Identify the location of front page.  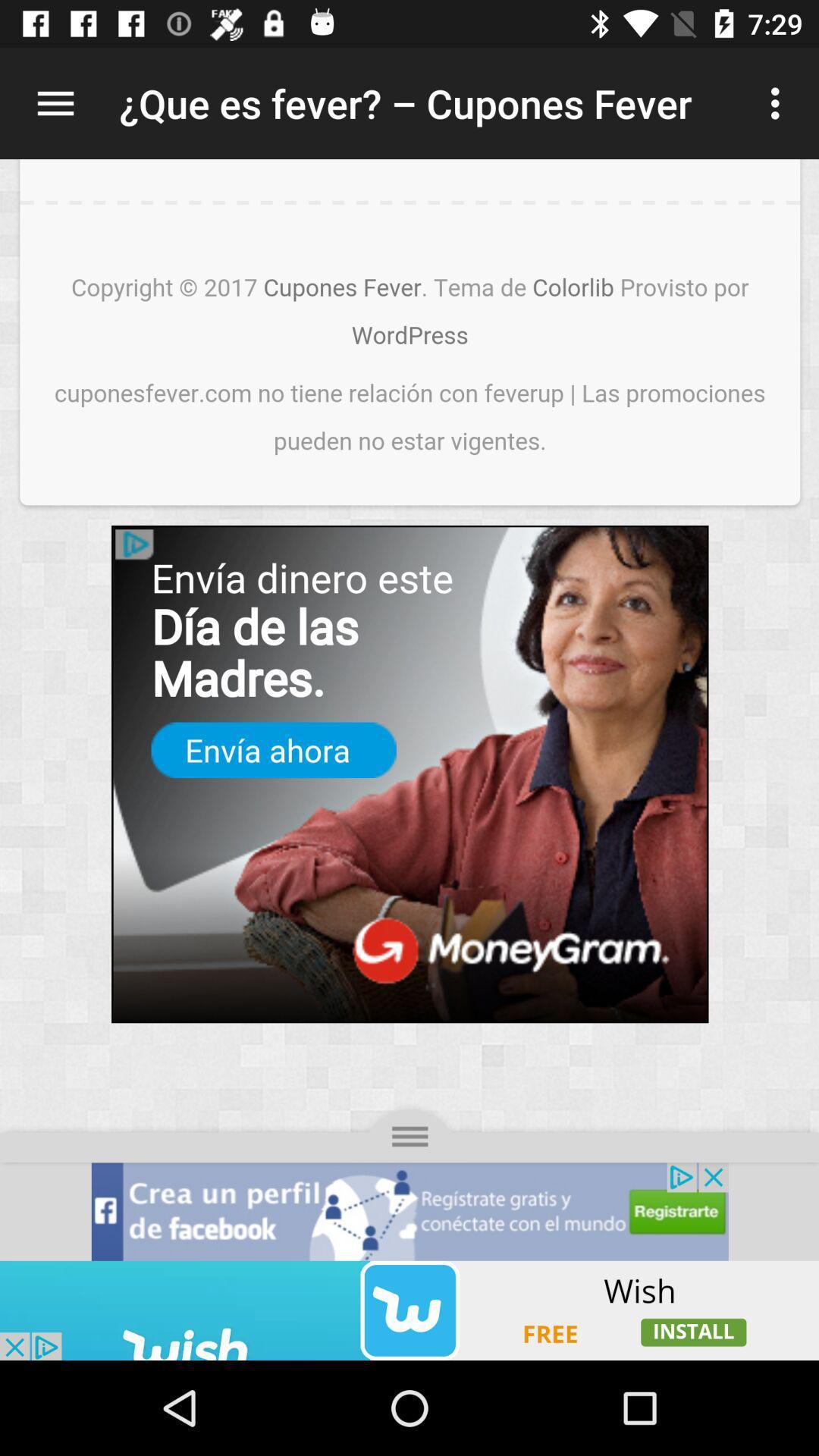
(409, 709).